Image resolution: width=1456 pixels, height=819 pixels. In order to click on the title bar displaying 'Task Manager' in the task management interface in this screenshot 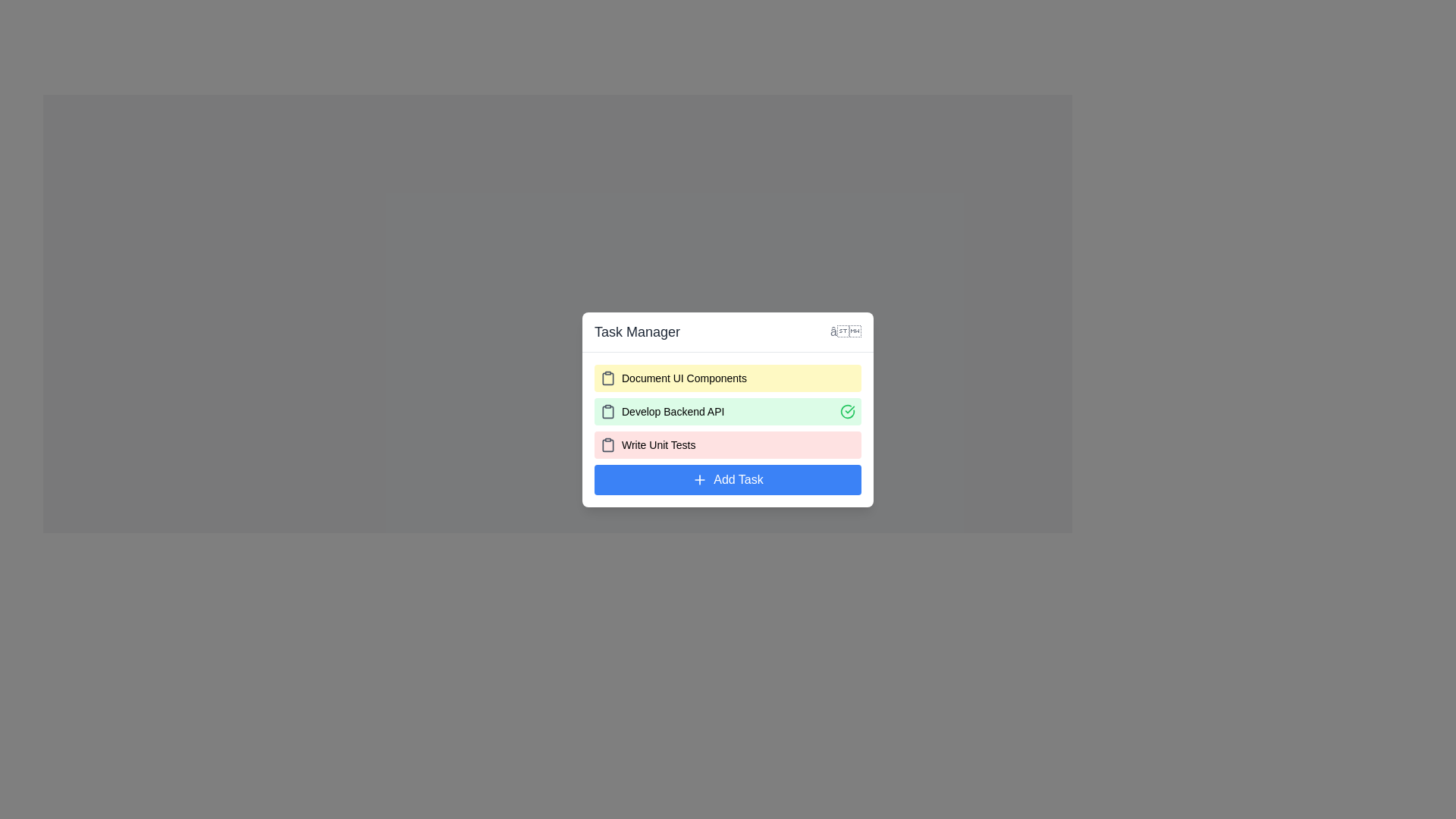, I will do `click(728, 331)`.